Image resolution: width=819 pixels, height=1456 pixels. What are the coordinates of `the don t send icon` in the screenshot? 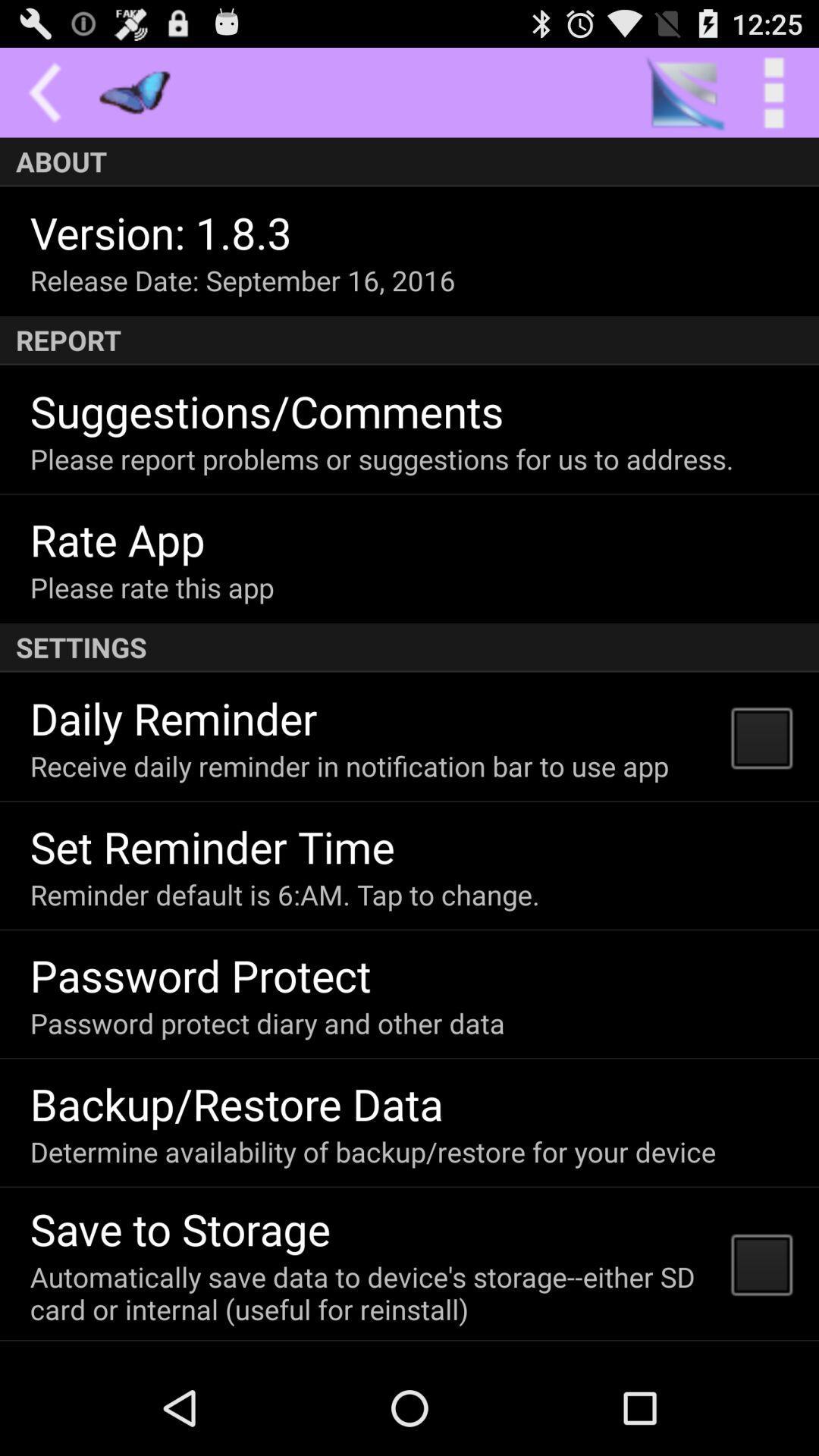 It's located at (180, 1357).